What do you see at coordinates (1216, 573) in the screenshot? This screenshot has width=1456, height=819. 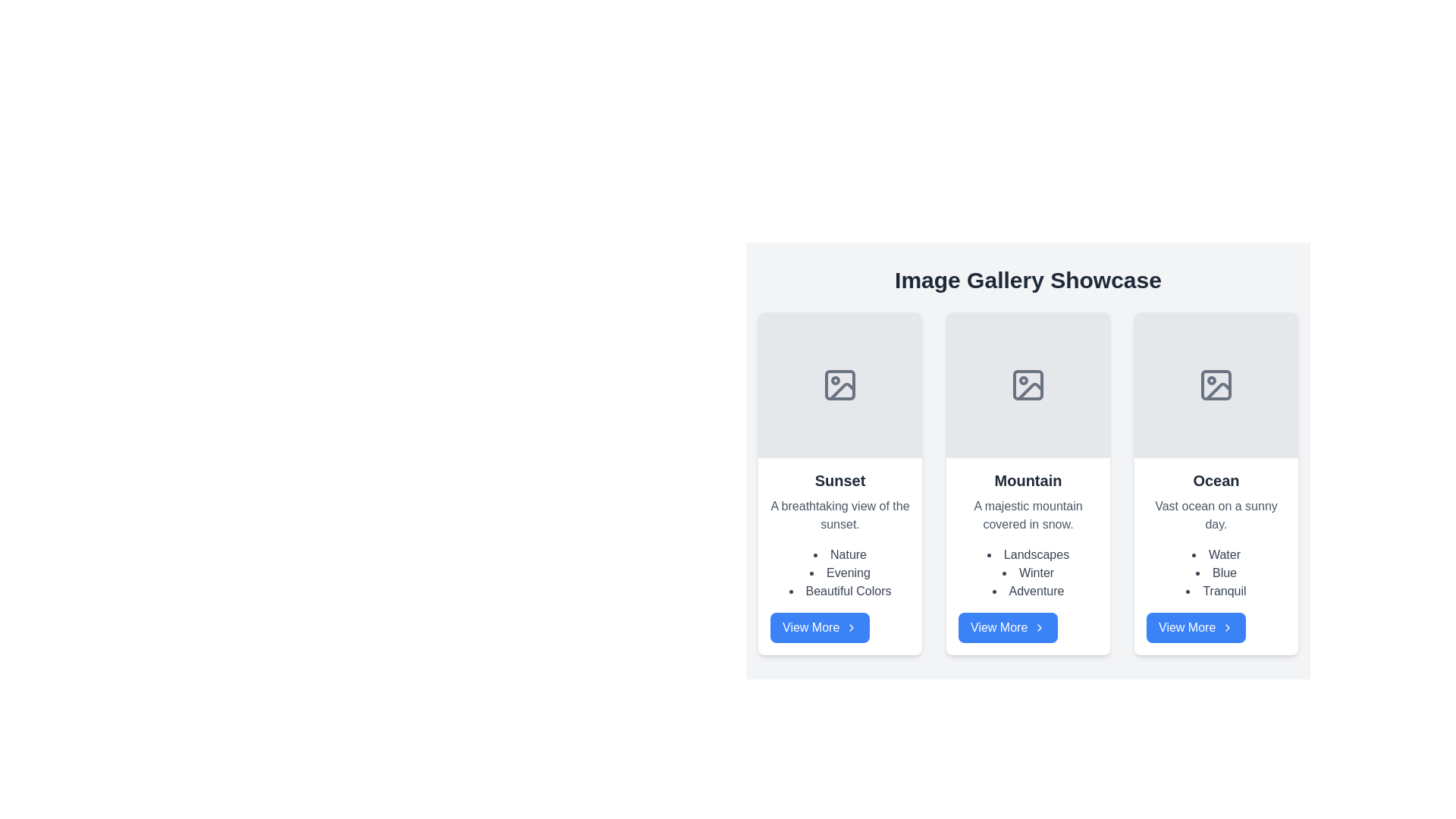 I see `the text label 'Blue', which is the second item in the bulleted list under the 'Ocean' card, located to the right in the layout` at bounding box center [1216, 573].